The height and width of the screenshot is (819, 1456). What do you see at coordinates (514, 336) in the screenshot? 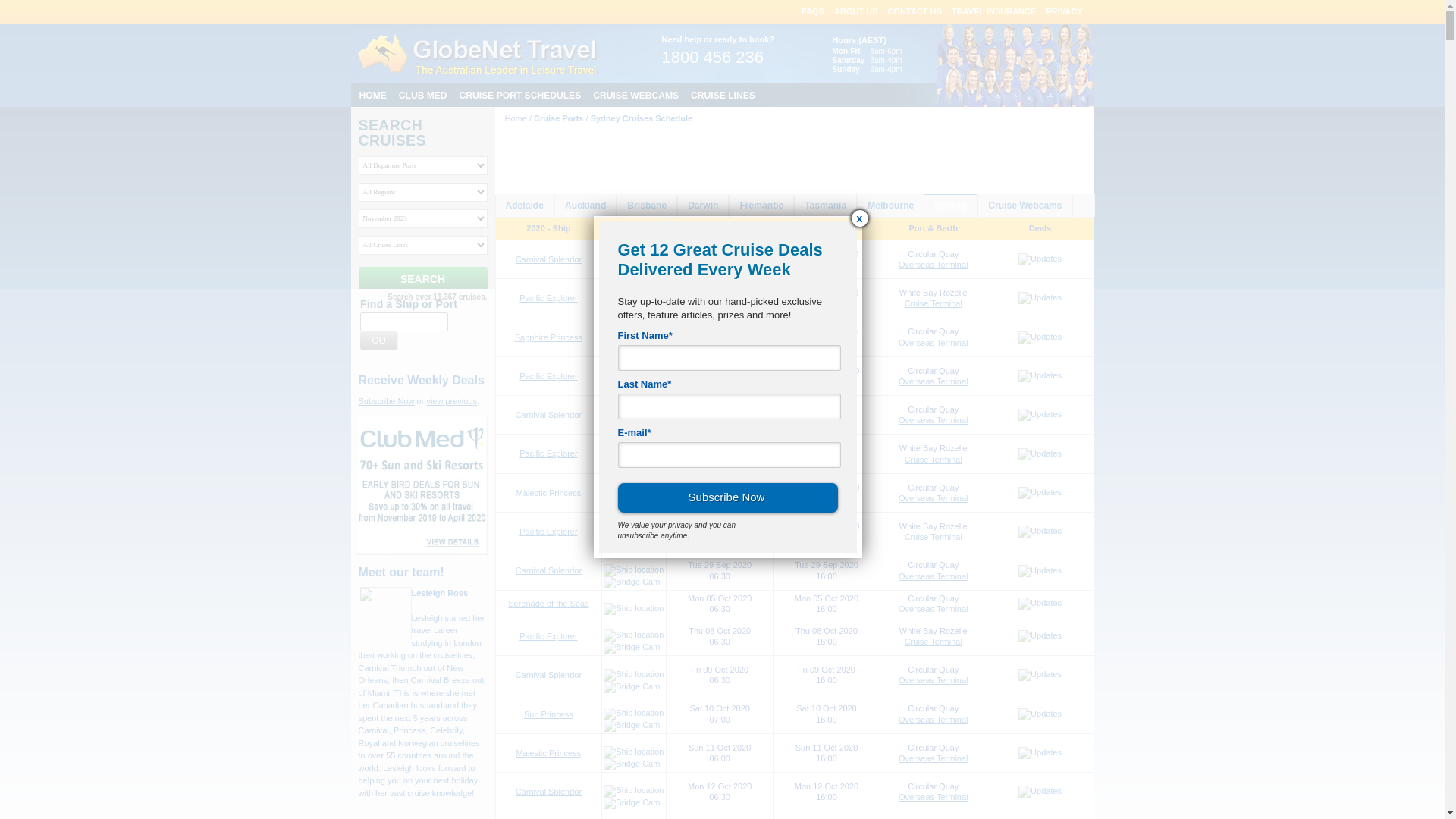
I see `'Sapphire Princess'` at bounding box center [514, 336].